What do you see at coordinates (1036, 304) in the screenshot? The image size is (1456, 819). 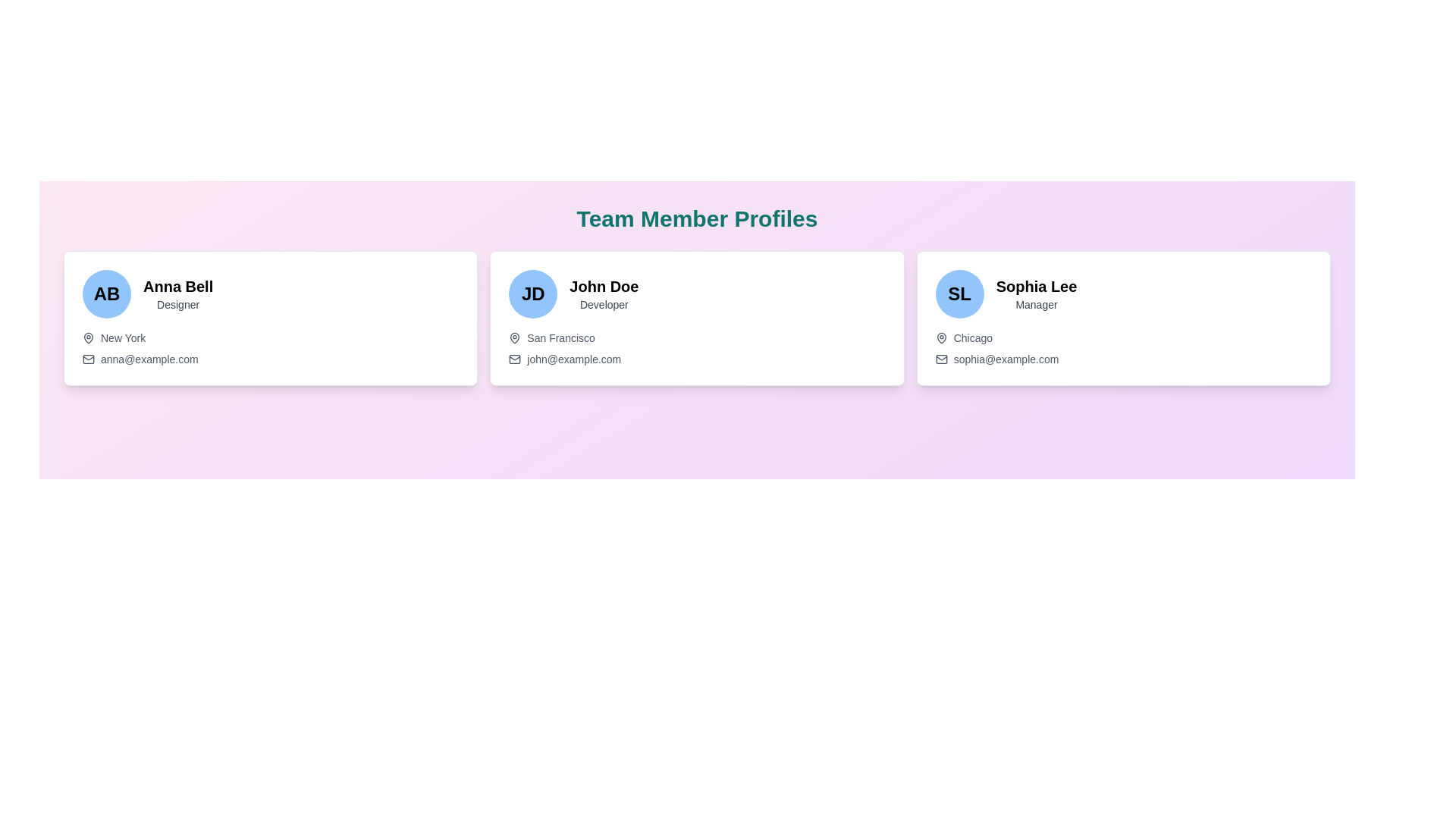 I see `the text element reading 'Manager', which is styled in a small gray font and located below the name 'Sophia Lee' in her profile card` at bounding box center [1036, 304].